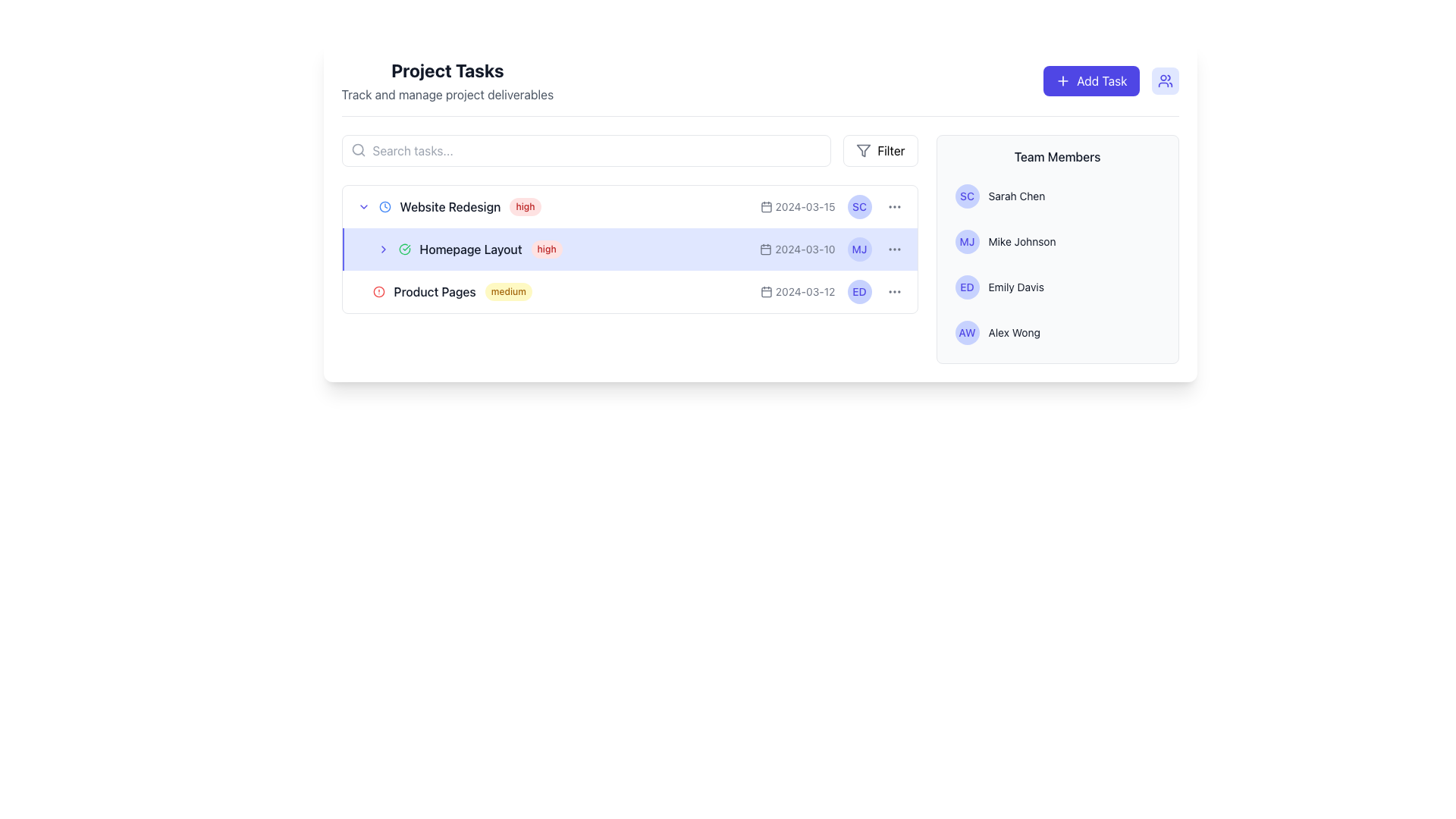 This screenshot has width=1456, height=819. Describe the element at coordinates (362, 207) in the screenshot. I see `the downward-pointing indigo chevron icon located in the left portion of the 'Homepage Layout' row` at that location.